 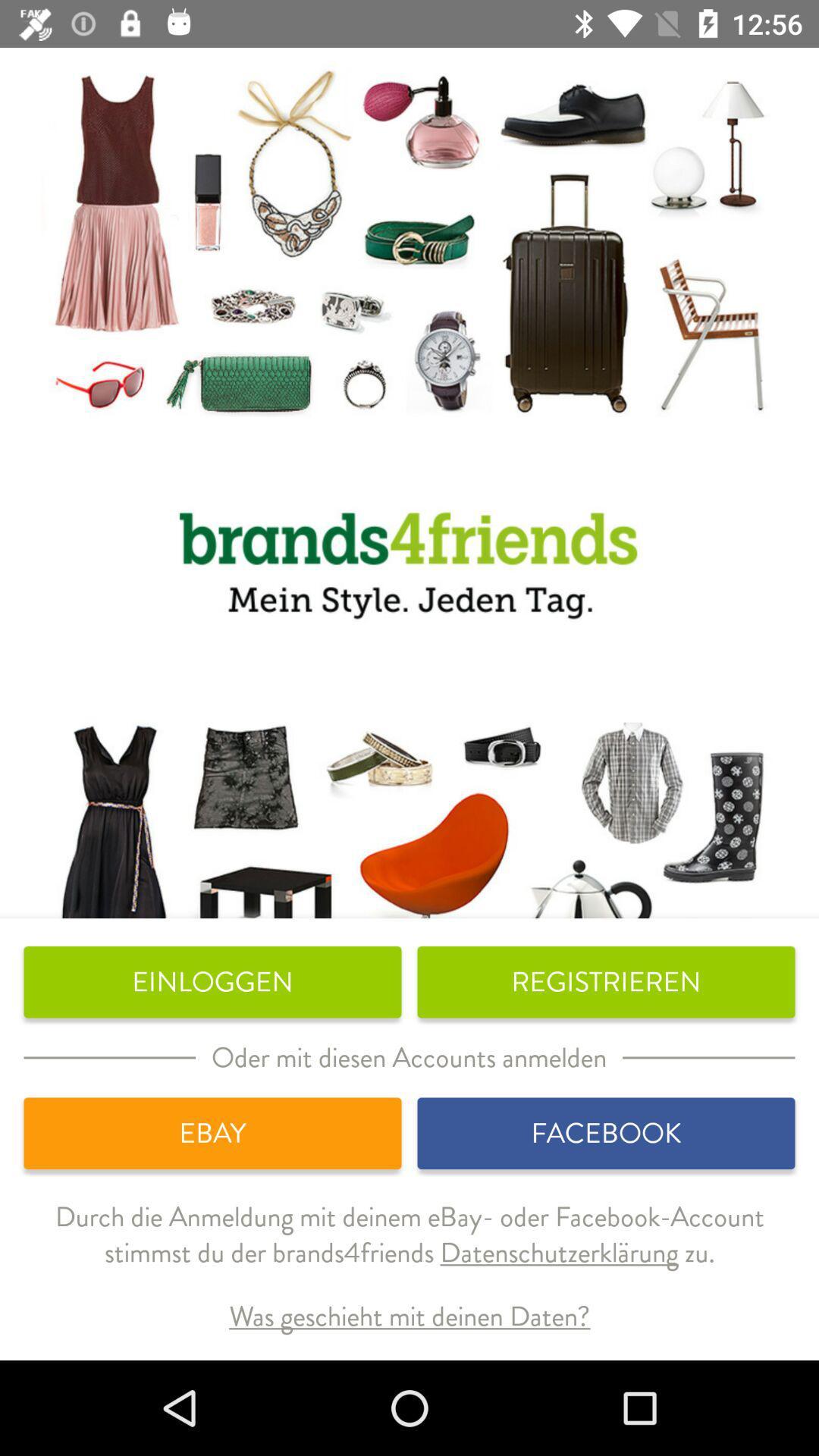 What do you see at coordinates (409, 1316) in the screenshot?
I see `the was geschieht mit` at bounding box center [409, 1316].